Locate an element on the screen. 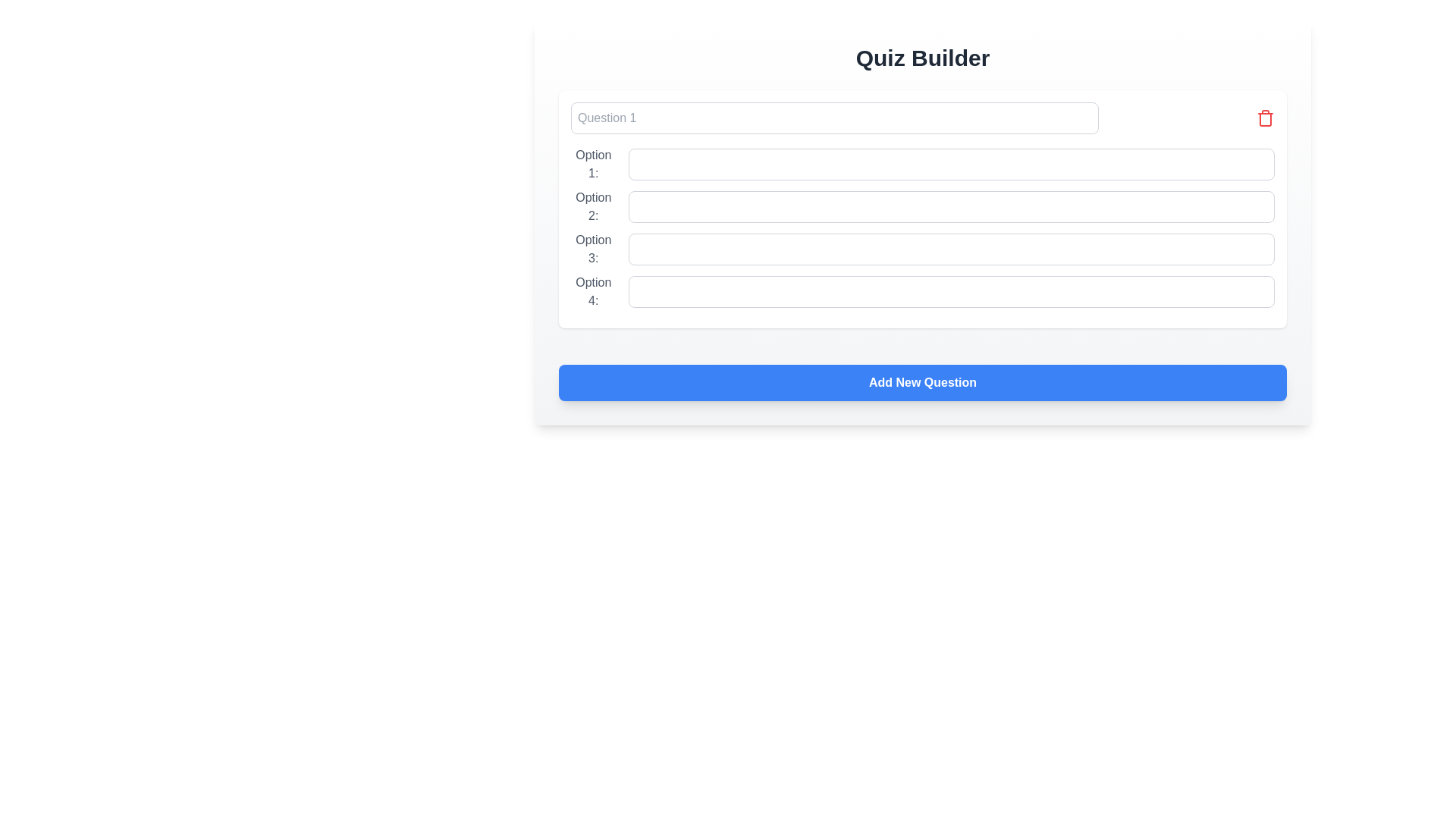 This screenshot has height=819, width=1456. the single-line text input box with a light gray background and placeholder text 'Question 1' by tabbing to it from another field is located at coordinates (833, 117).